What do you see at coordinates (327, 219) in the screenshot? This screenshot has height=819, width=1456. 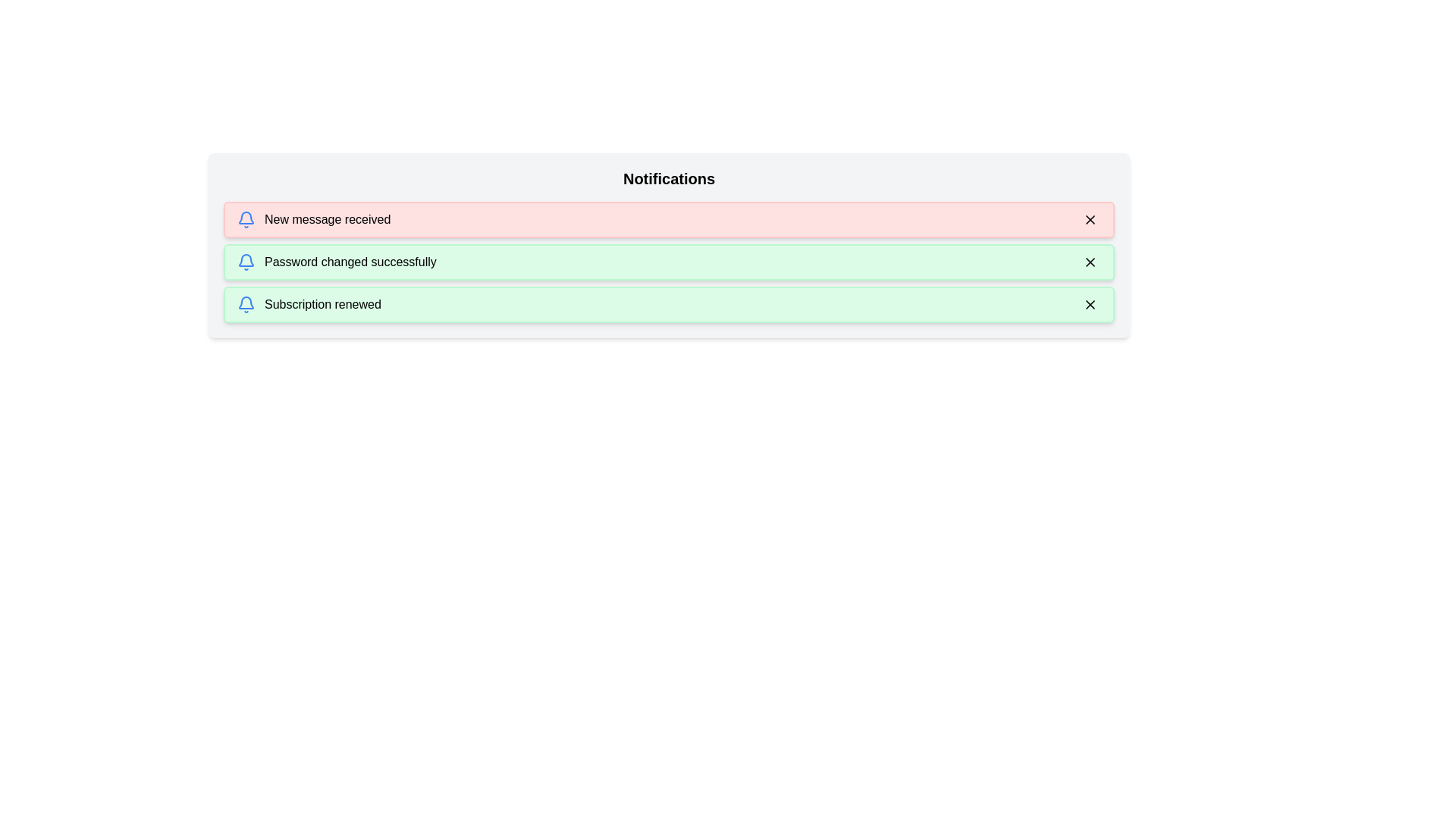 I see `the informational text label for the notification that indicates 'New message received', located at the top of the first notification item beneath the 'Notifications' title` at bounding box center [327, 219].